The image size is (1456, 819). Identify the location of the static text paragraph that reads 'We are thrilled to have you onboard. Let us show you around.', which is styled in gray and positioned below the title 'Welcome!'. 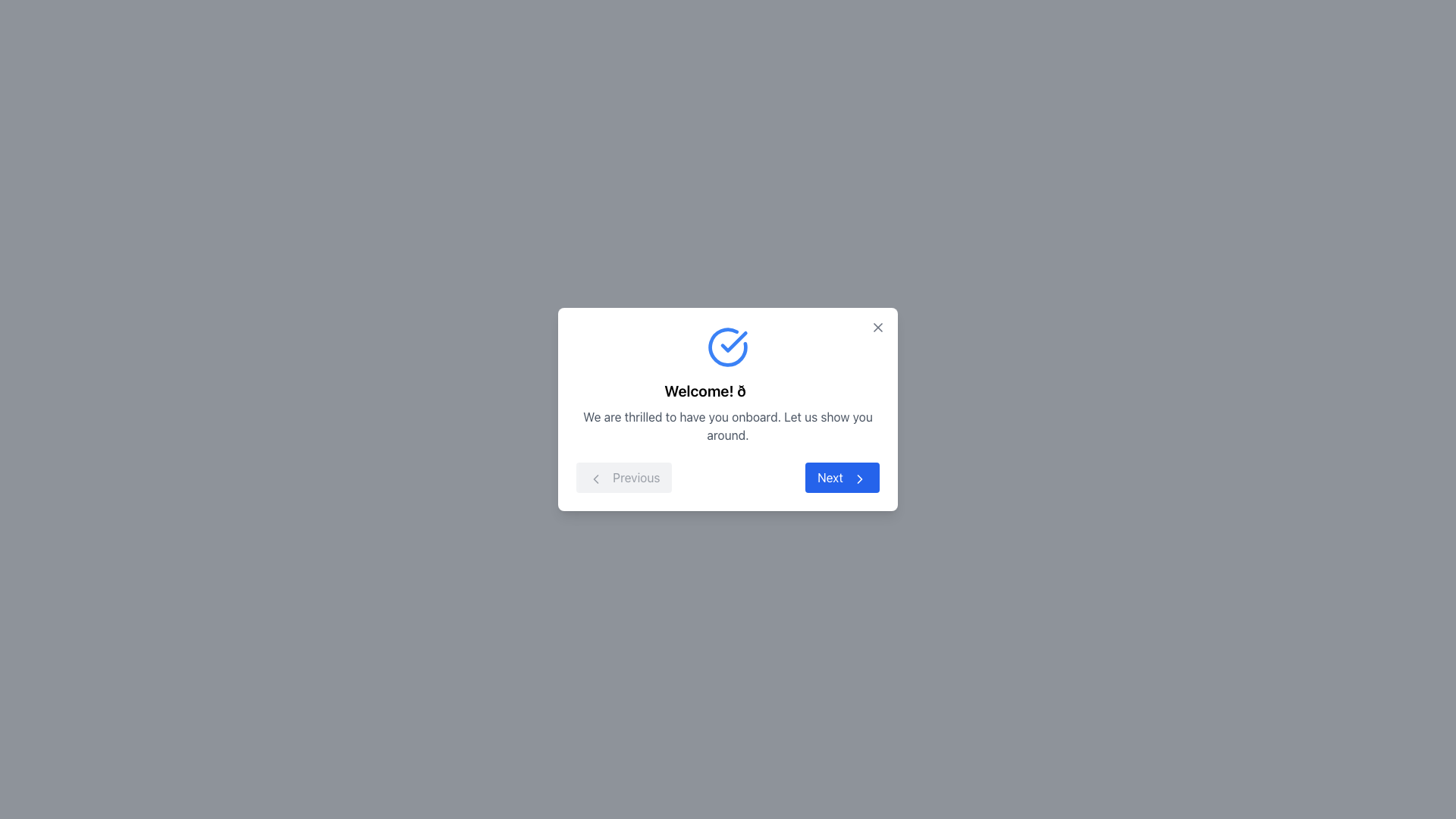
(728, 426).